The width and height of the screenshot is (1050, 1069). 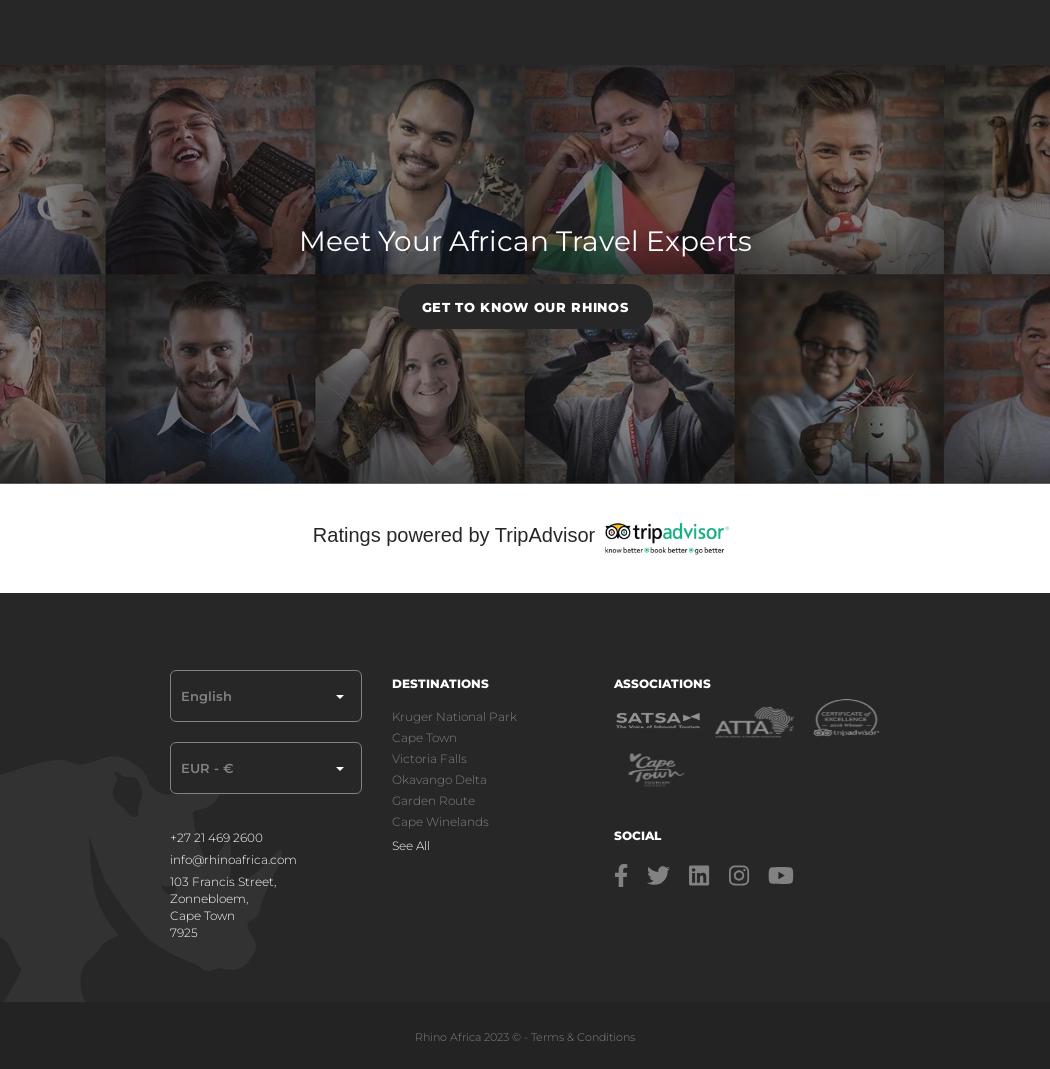 What do you see at coordinates (453, 534) in the screenshot?
I see `'Ratings powered by TripAdvisor'` at bounding box center [453, 534].